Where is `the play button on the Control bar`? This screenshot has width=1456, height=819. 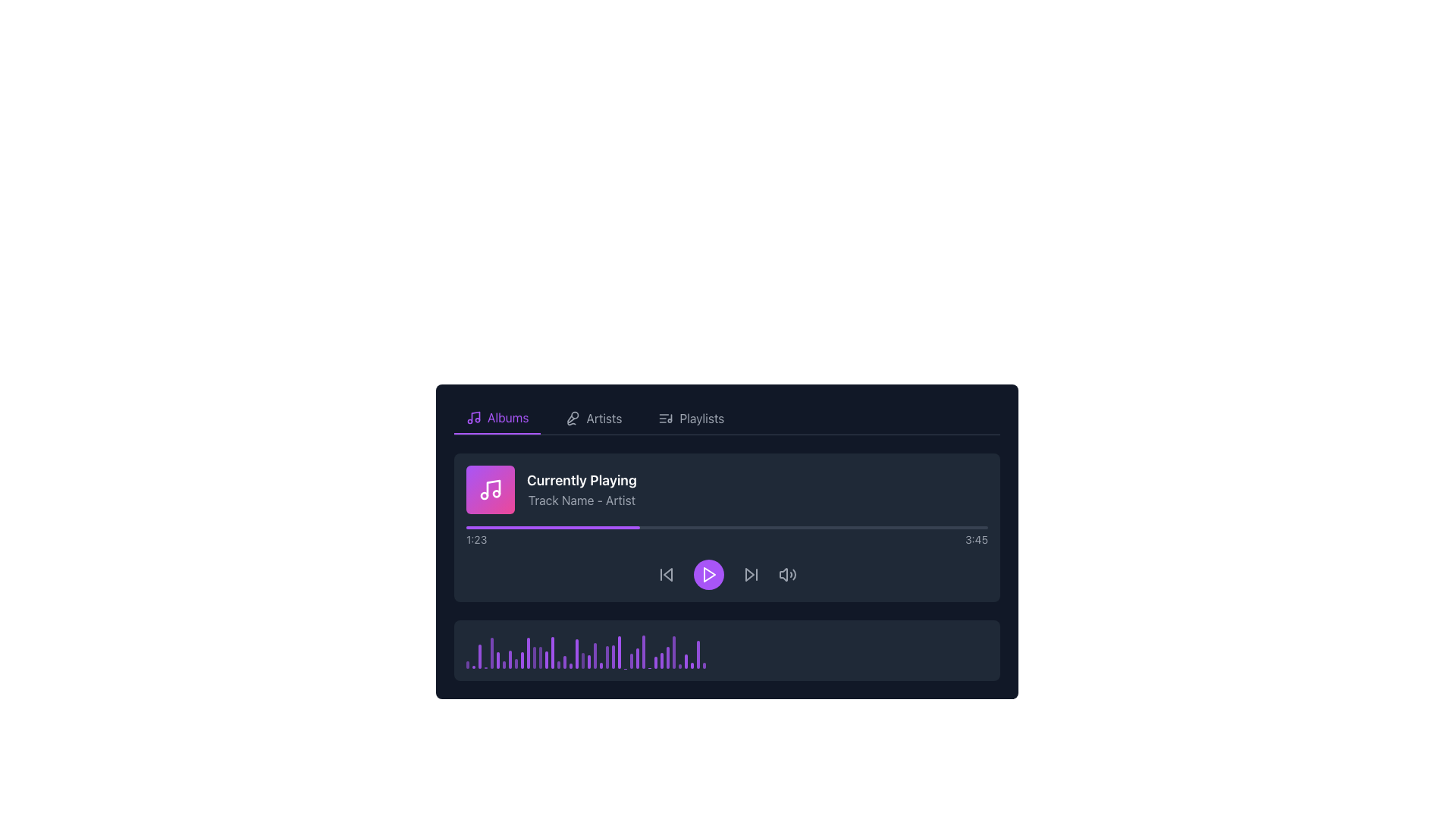
the play button on the Control bar is located at coordinates (726, 575).